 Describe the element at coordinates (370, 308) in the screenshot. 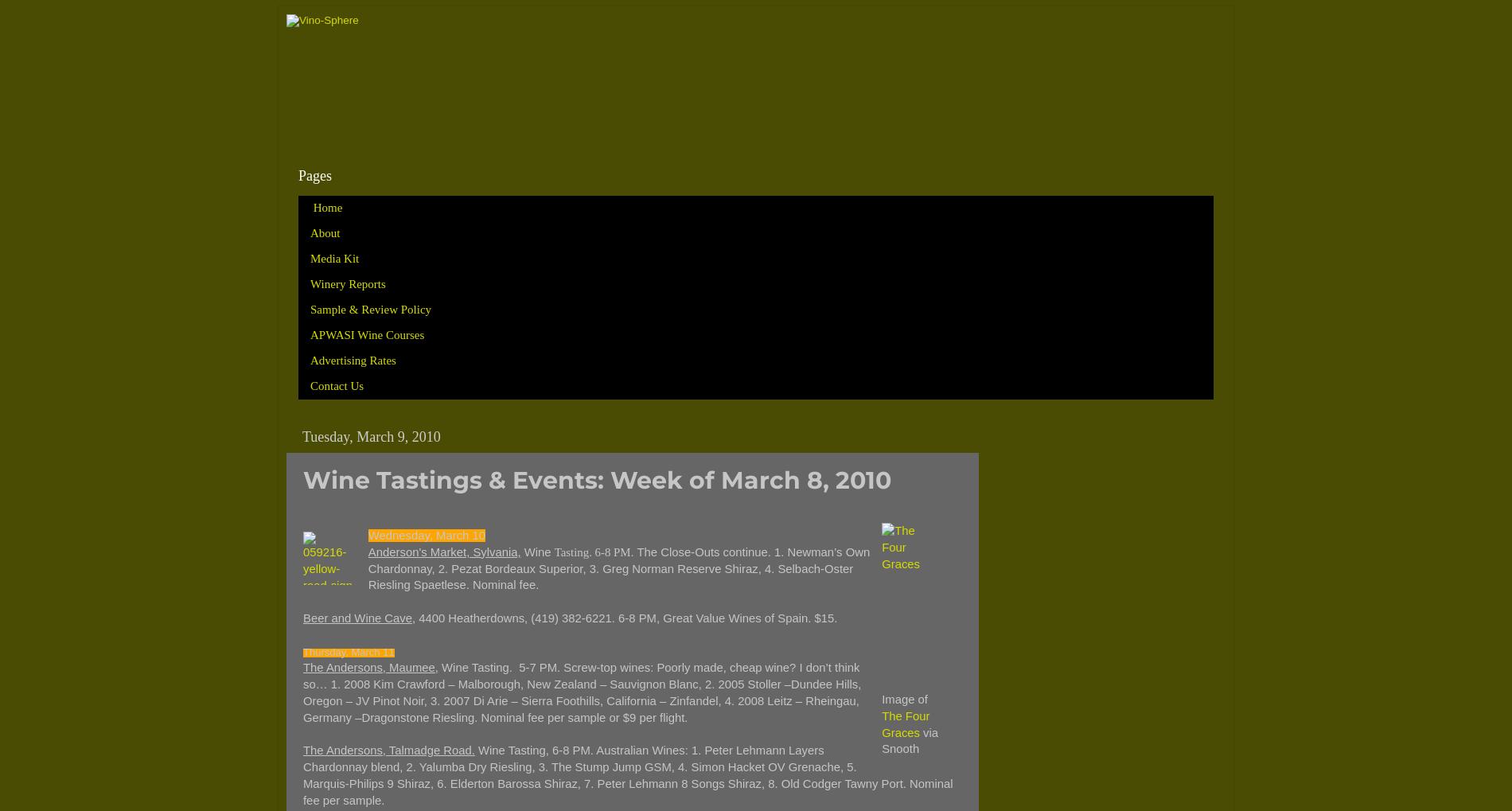

I see `'Sample & Review Policy'` at that location.